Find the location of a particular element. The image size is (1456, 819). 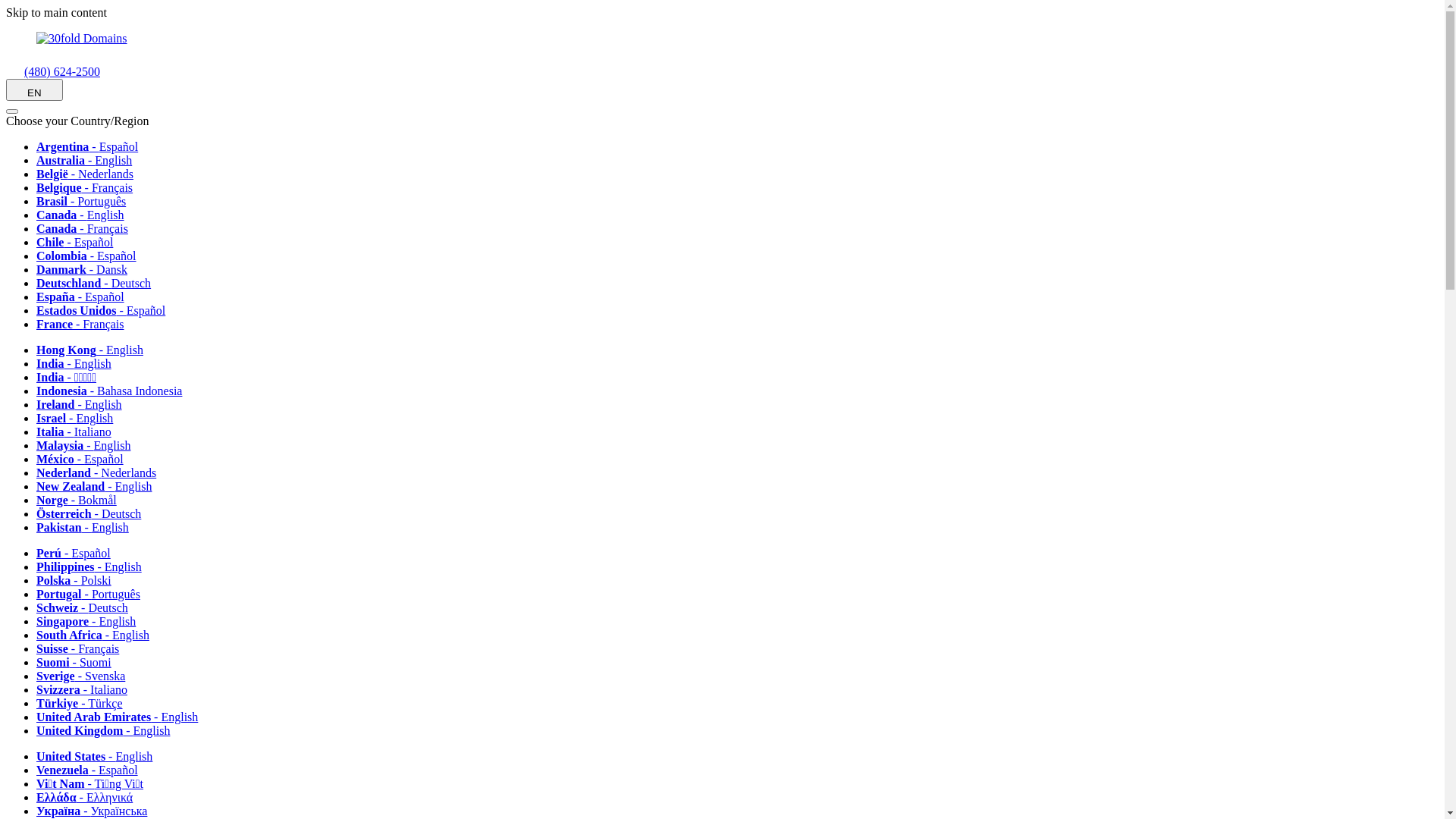

'United Kingdom - English' is located at coordinates (36, 730).